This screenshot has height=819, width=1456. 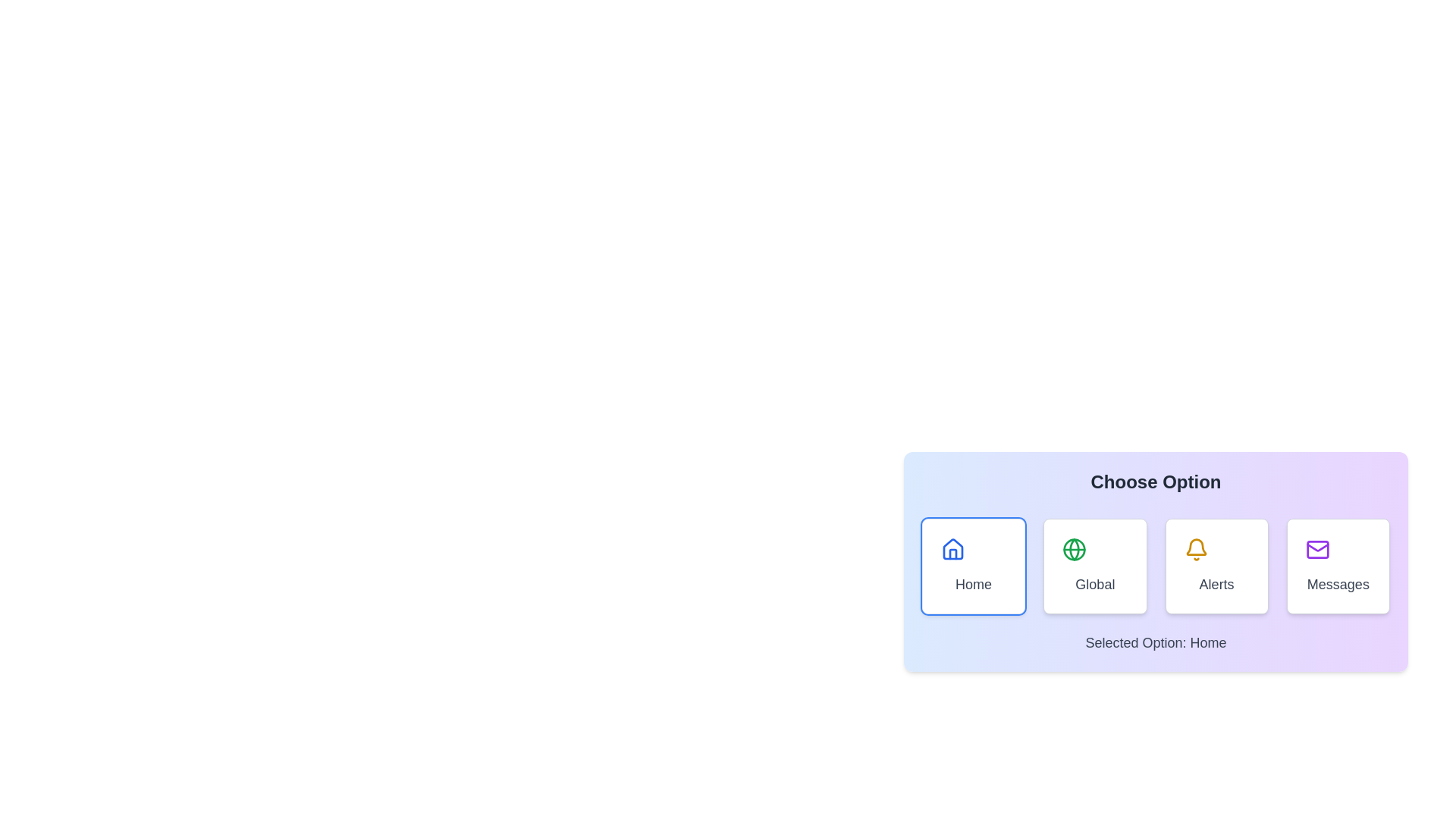 I want to click on the text label displaying 'Selected Option: Home', which is centered below the row of interactive tiles labeled 'Home', 'Global', 'Alerts', and 'Messages', so click(x=1155, y=643).